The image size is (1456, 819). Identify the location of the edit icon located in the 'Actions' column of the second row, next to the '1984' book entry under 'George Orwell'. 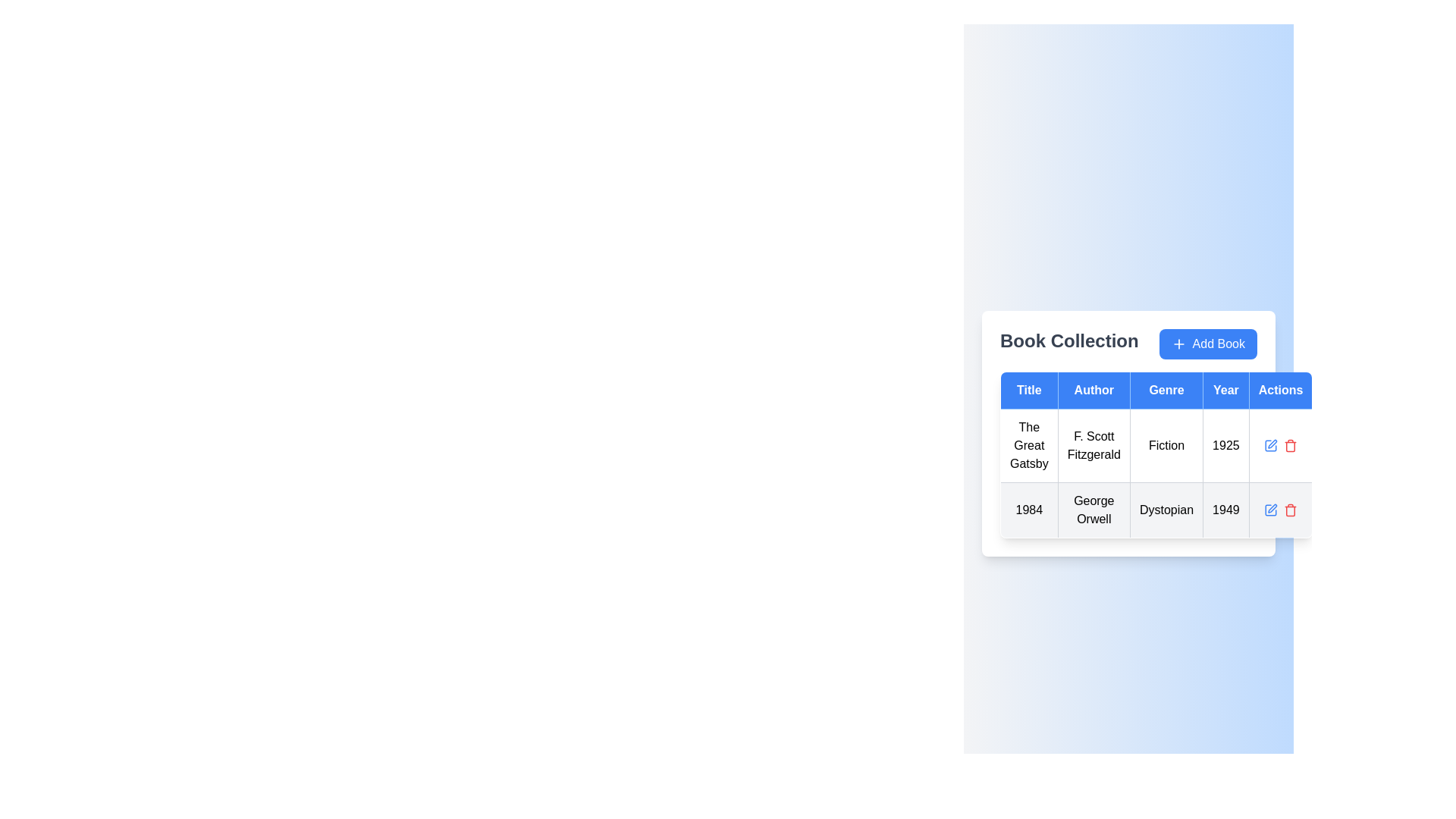
(1272, 444).